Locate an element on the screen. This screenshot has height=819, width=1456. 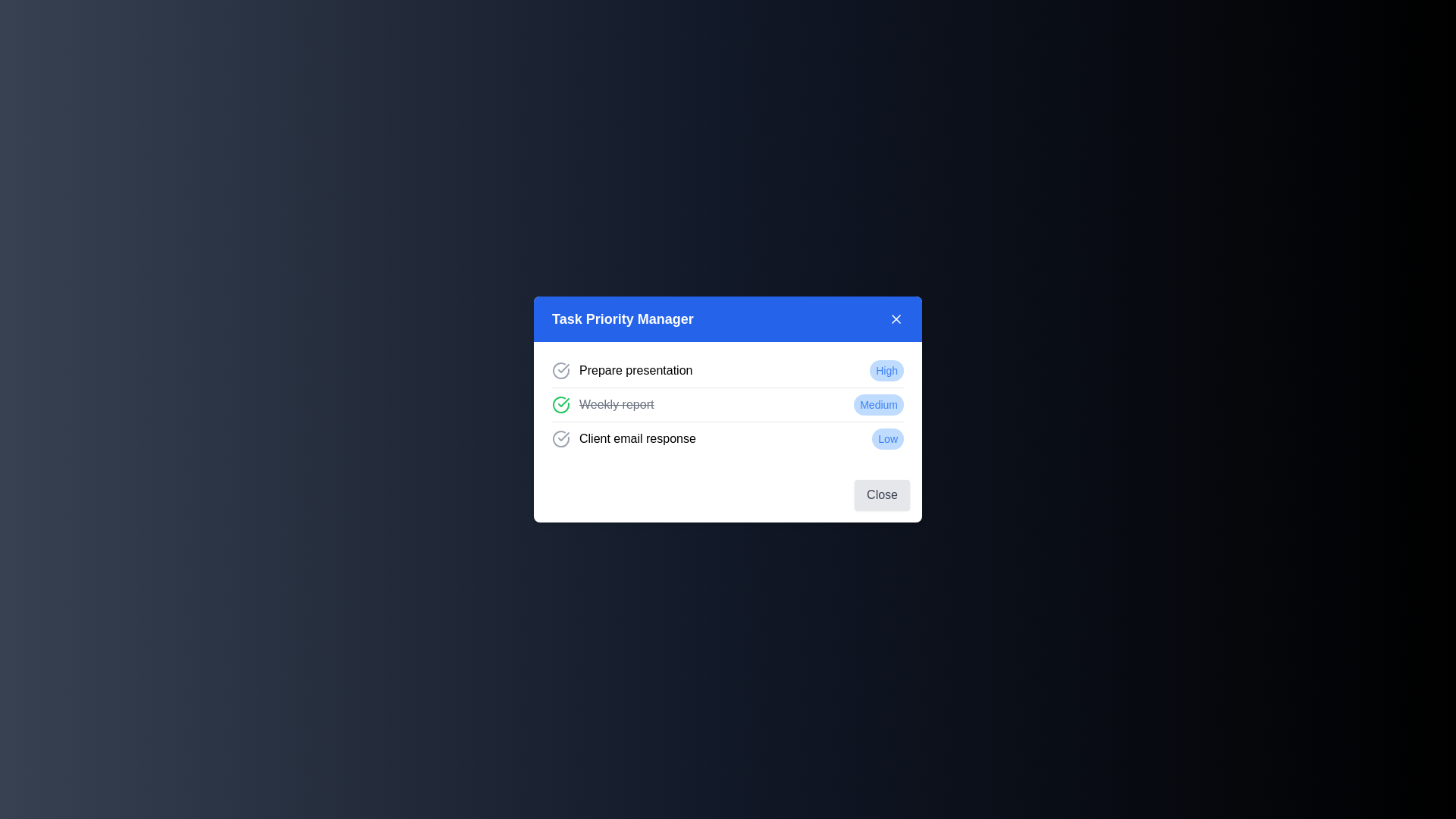
the badge indicating the priority level for the 'Weekly report' task, located on the right-hand side of its row is located at coordinates (879, 403).